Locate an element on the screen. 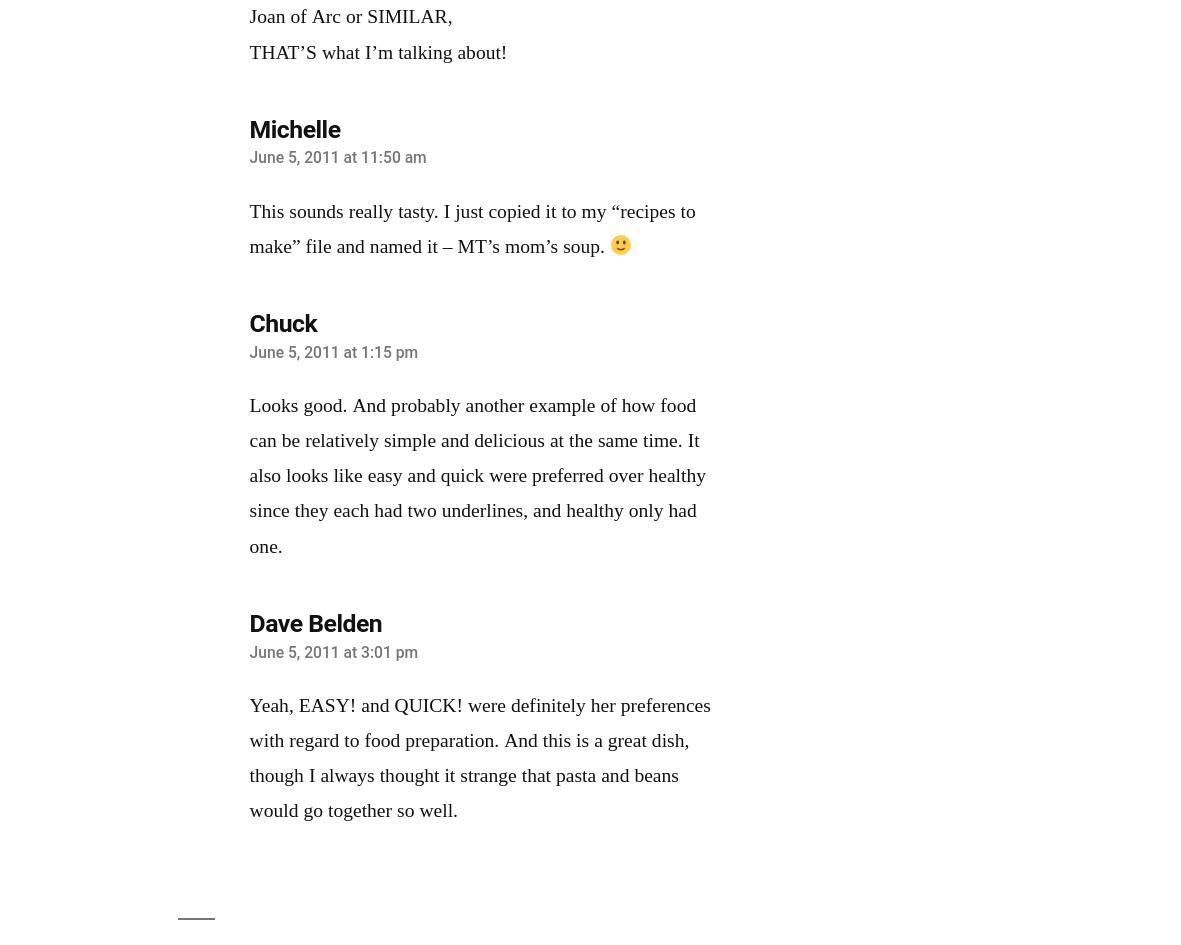 The height and width of the screenshot is (945, 1181). 'Dave Belden' is located at coordinates (314, 621).